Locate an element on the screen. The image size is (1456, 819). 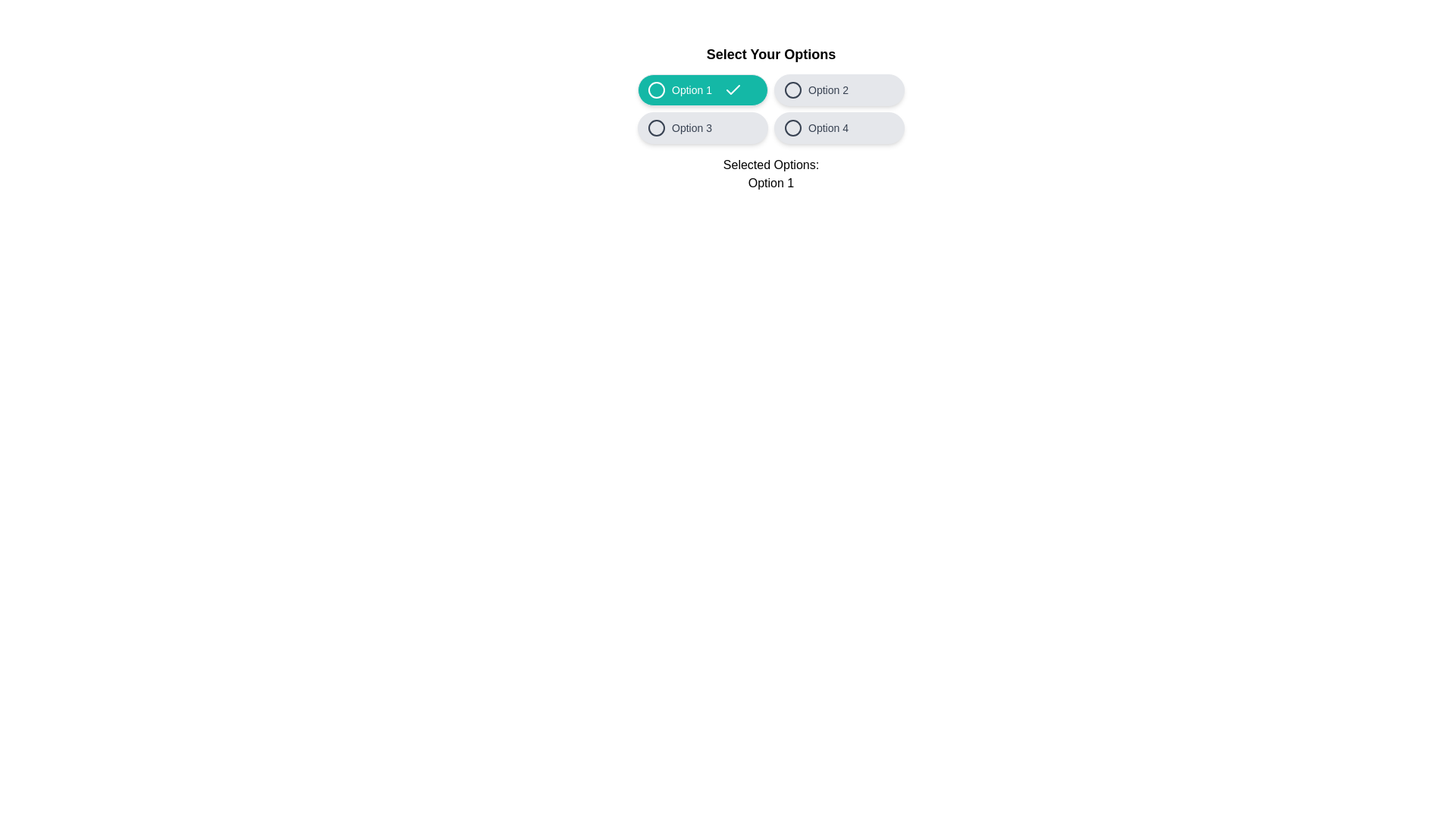
the option Option 1 by clicking its button is located at coordinates (701, 90).